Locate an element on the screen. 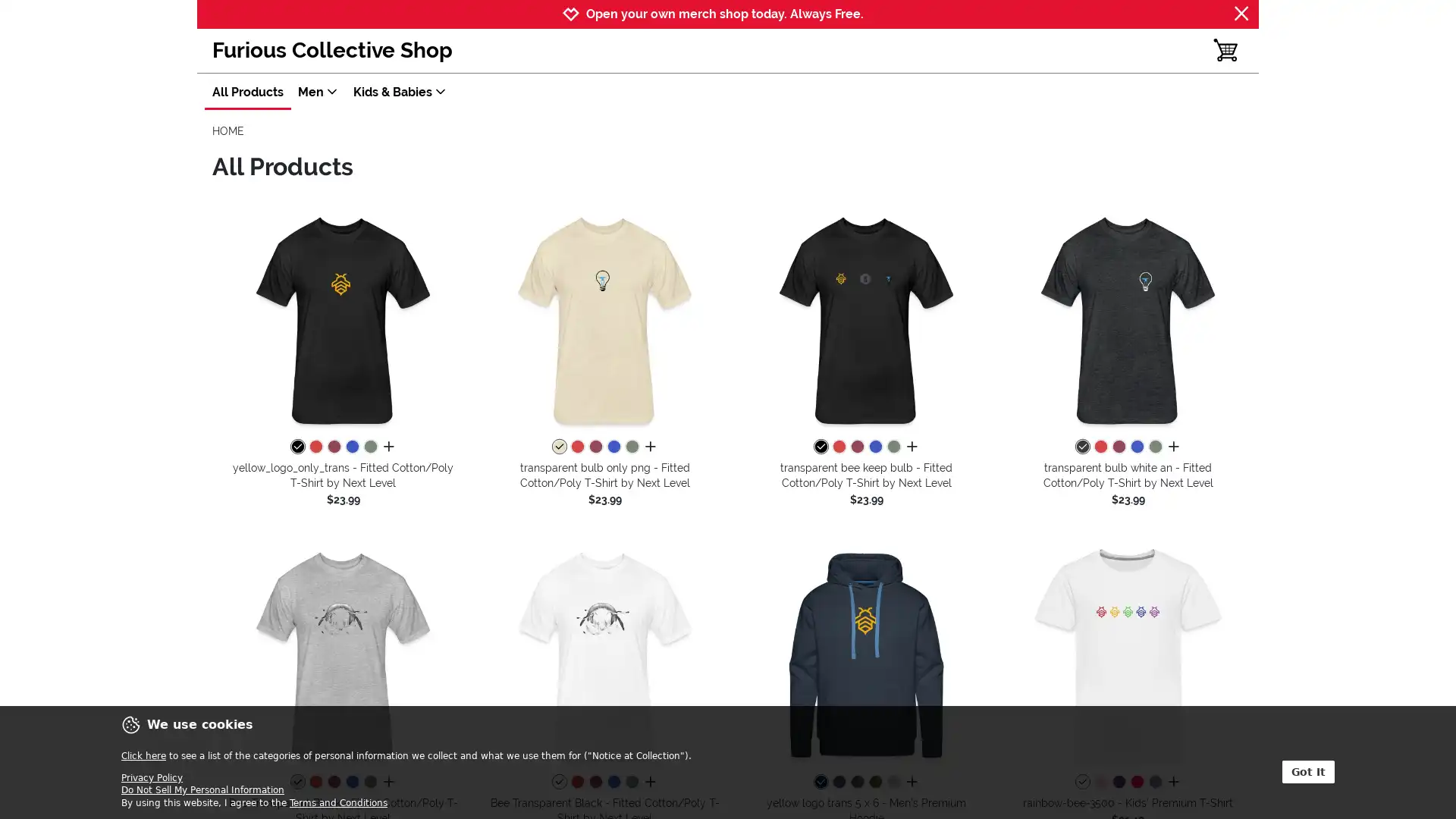  transparent bulb white an - Fitted Cotton/Poly T-Shirt by Next Level is located at coordinates (1128, 318).